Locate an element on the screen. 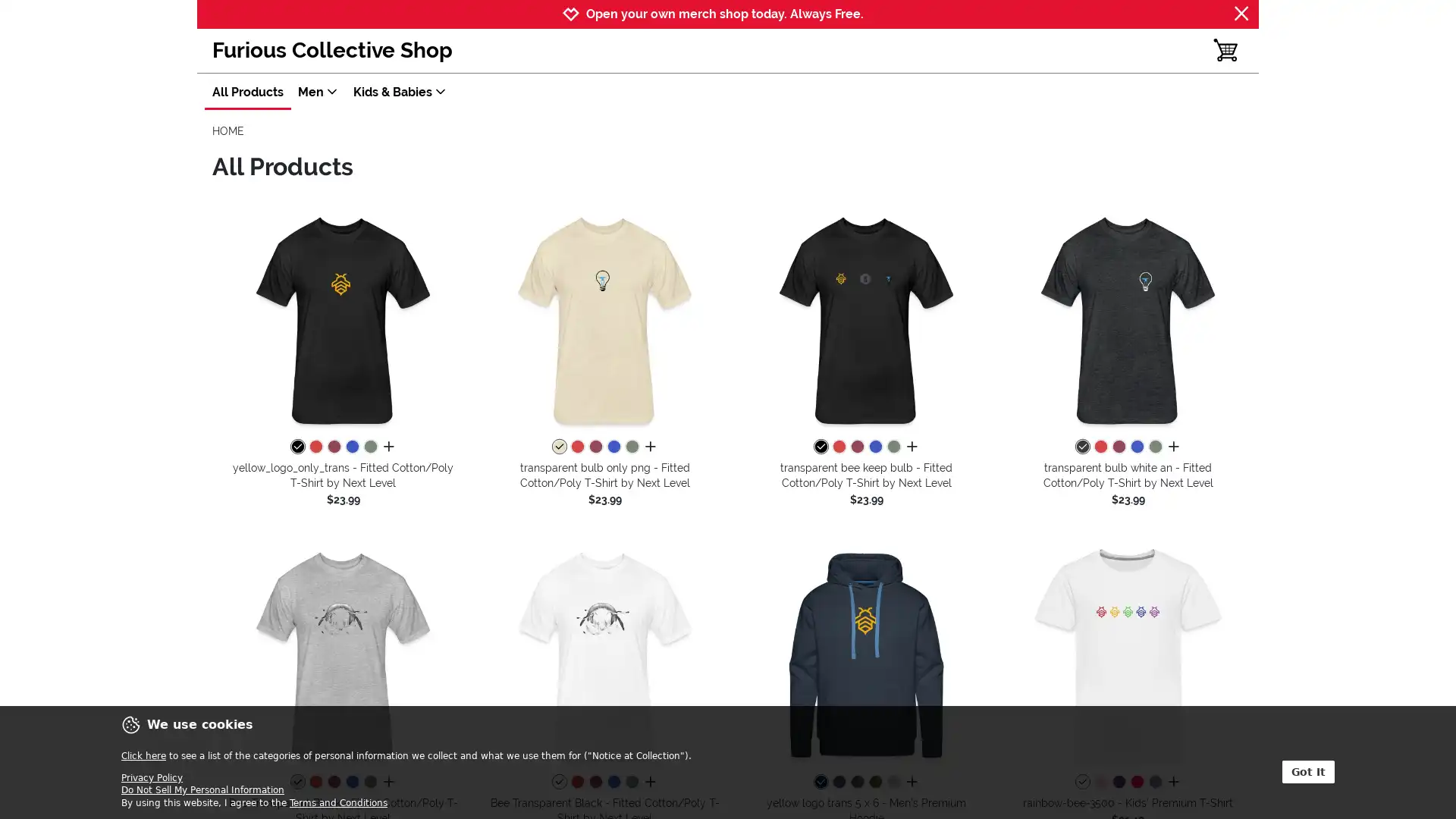  transparent bulb white an - Fitted Cotton/Poly T-Shirt by Next Level is located at coordinates (1128, 318).